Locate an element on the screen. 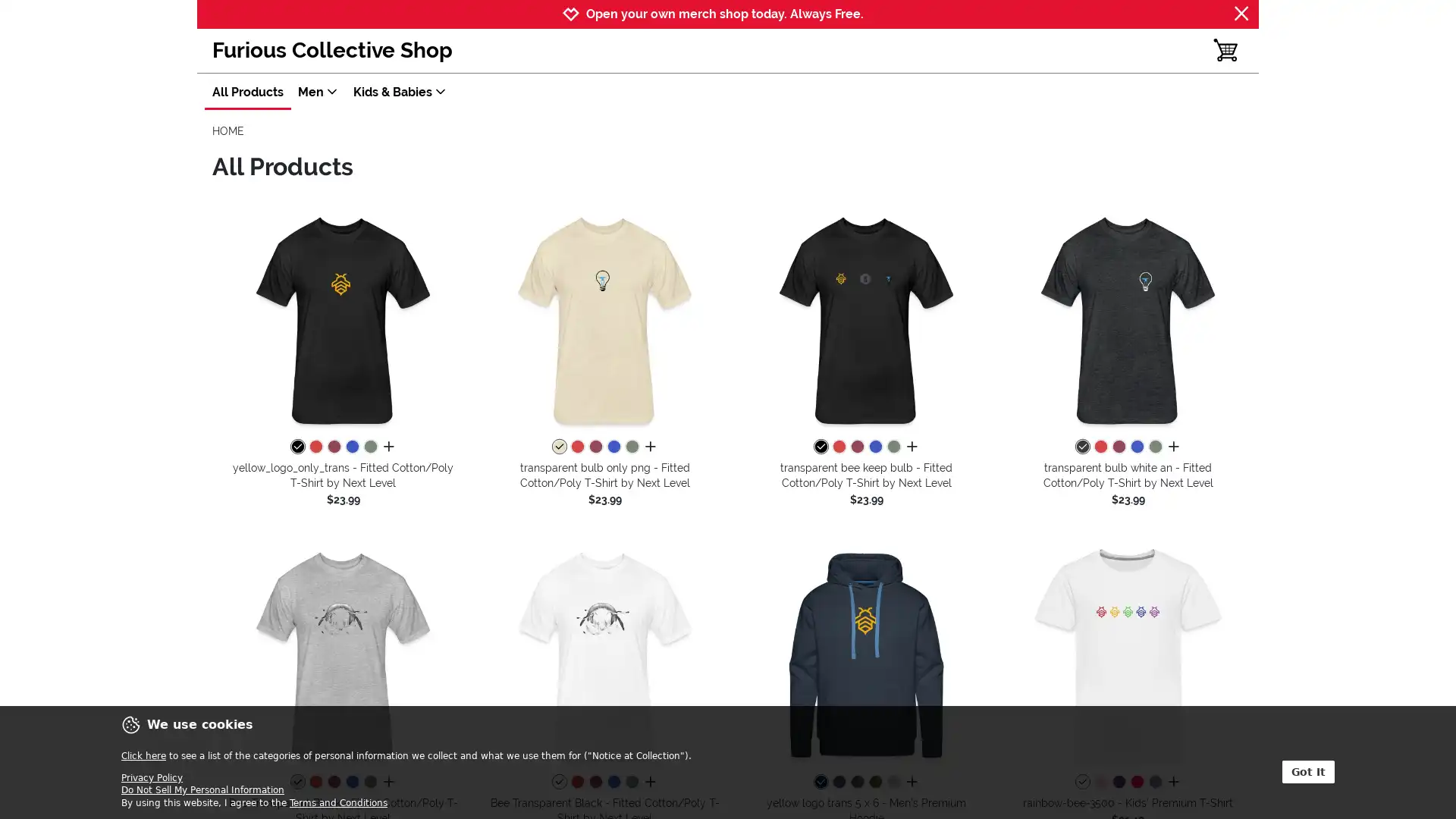  transparent bulb white an - Fitted Cotton/Poly T-Shirt by Next Level is located at coordinates (1128, 318).